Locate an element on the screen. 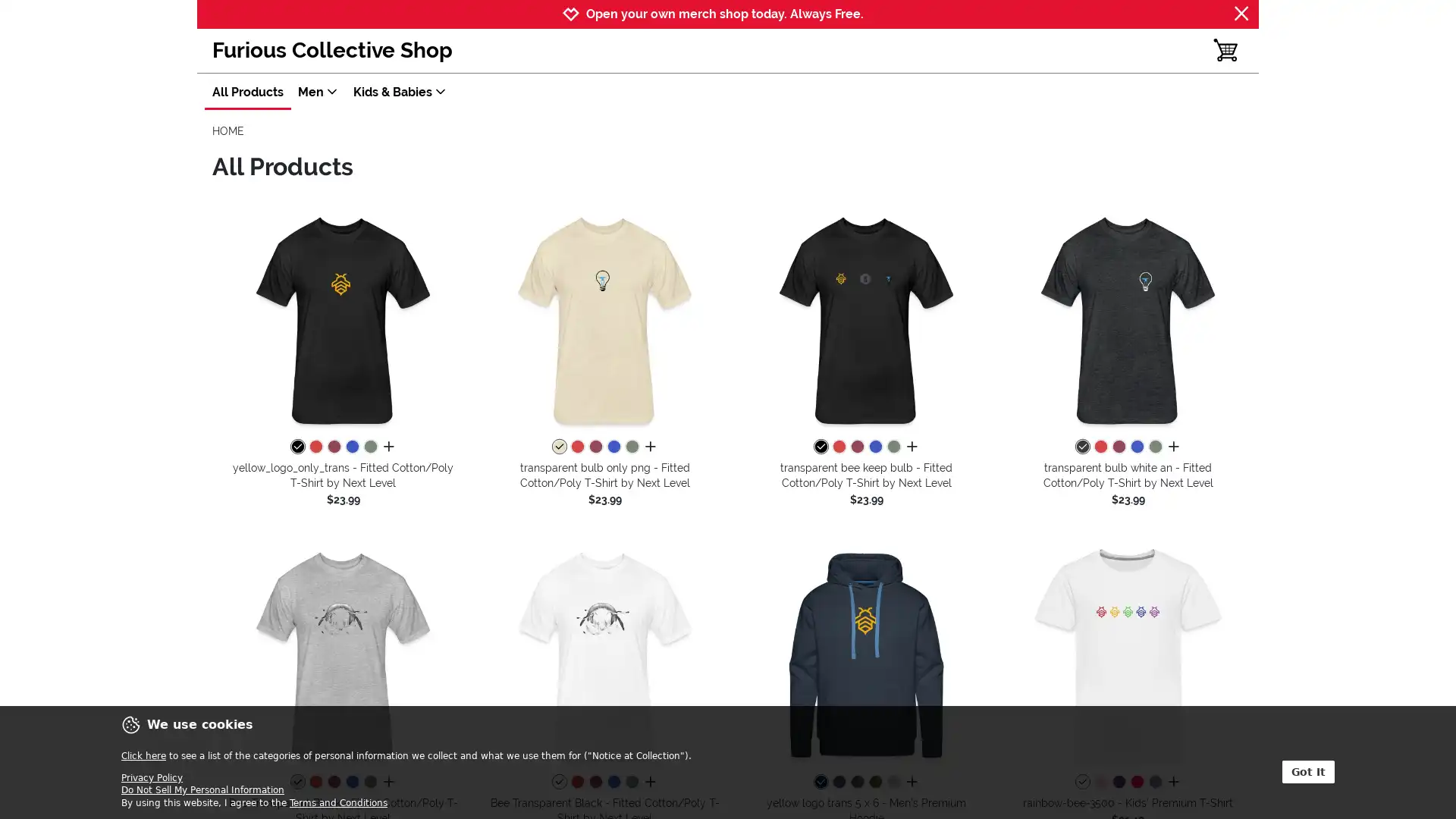  transparent bulb white an - Fitted Cotton/Poly T-Shirt by Next Level is located at coordinates (1128, 318).